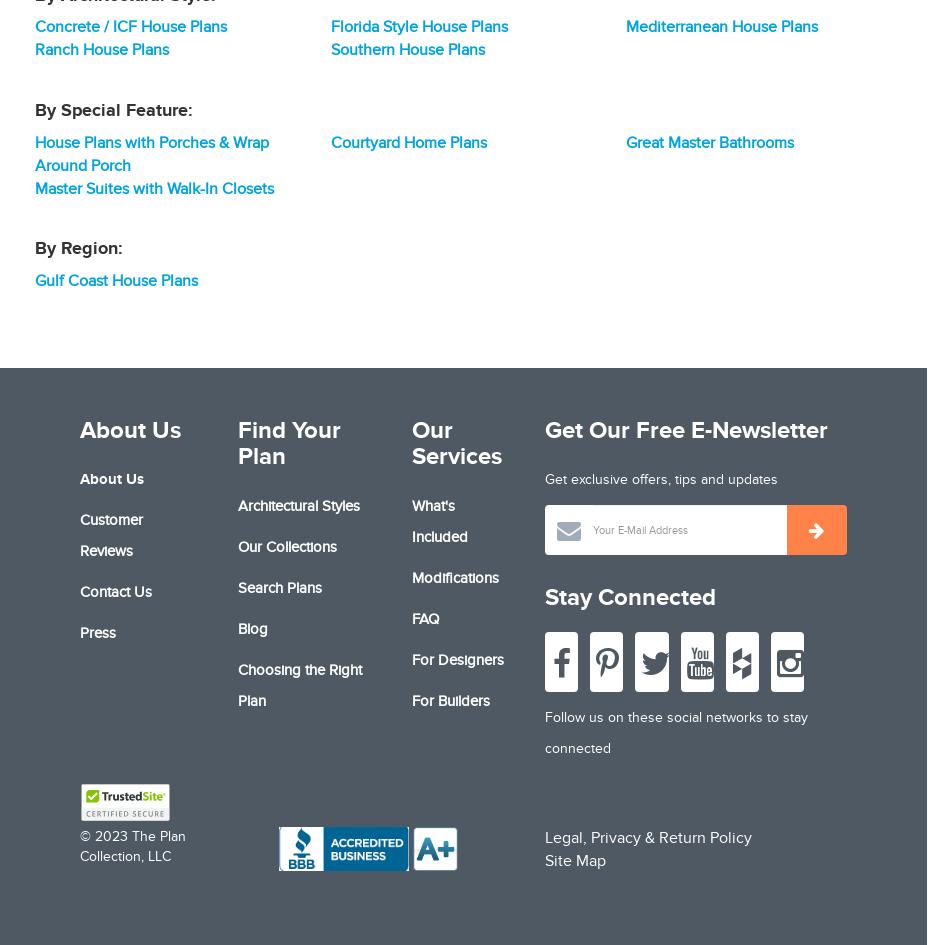 The width and height of the screenshot is (942, 945). I want to click on 'What's Included', so click(439, 519).